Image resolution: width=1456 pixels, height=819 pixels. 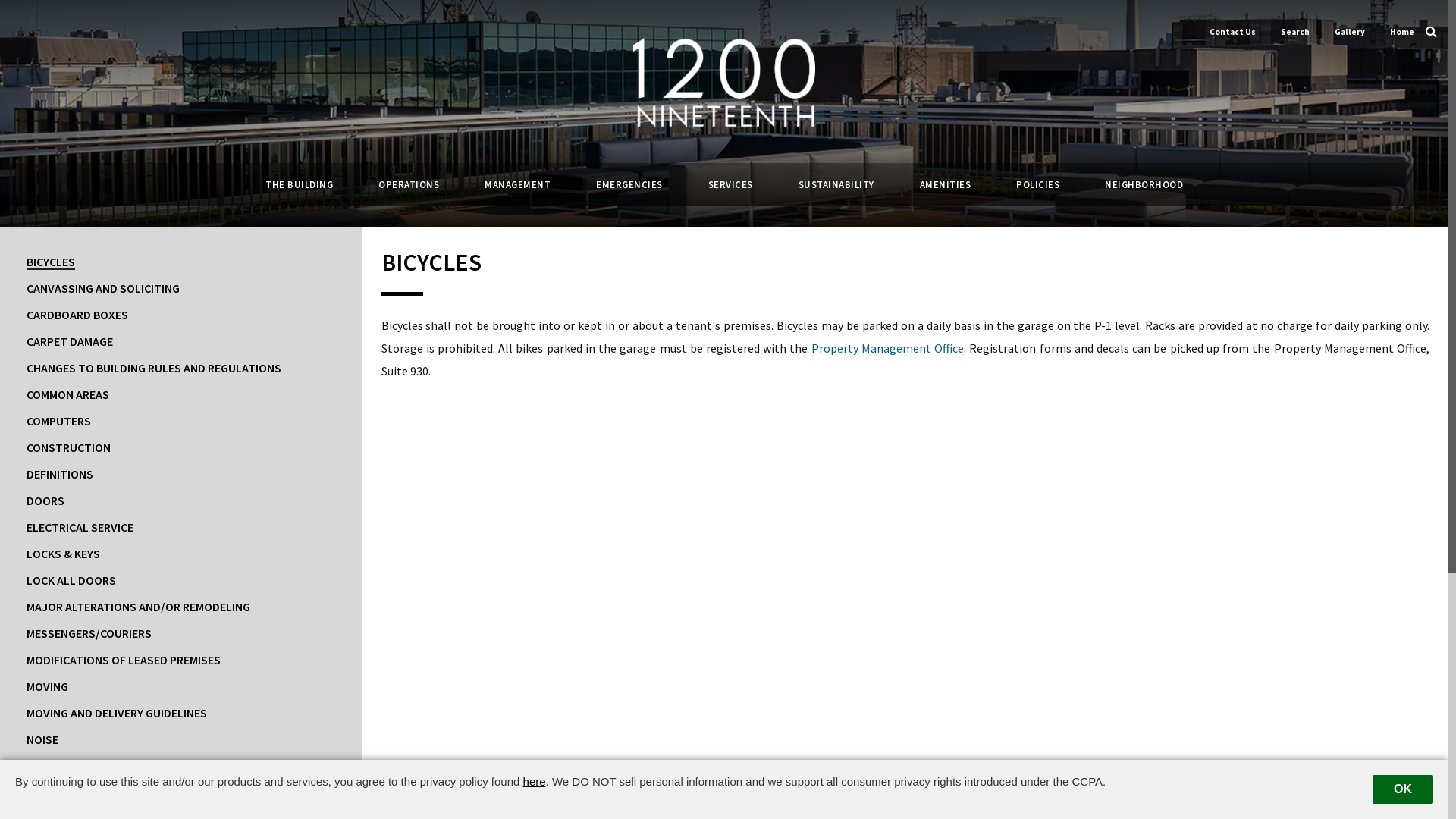 What do you see at coordinates (26, 739) in the screenshot?
I see `'NOISE'` at bounding box center [26, 739].